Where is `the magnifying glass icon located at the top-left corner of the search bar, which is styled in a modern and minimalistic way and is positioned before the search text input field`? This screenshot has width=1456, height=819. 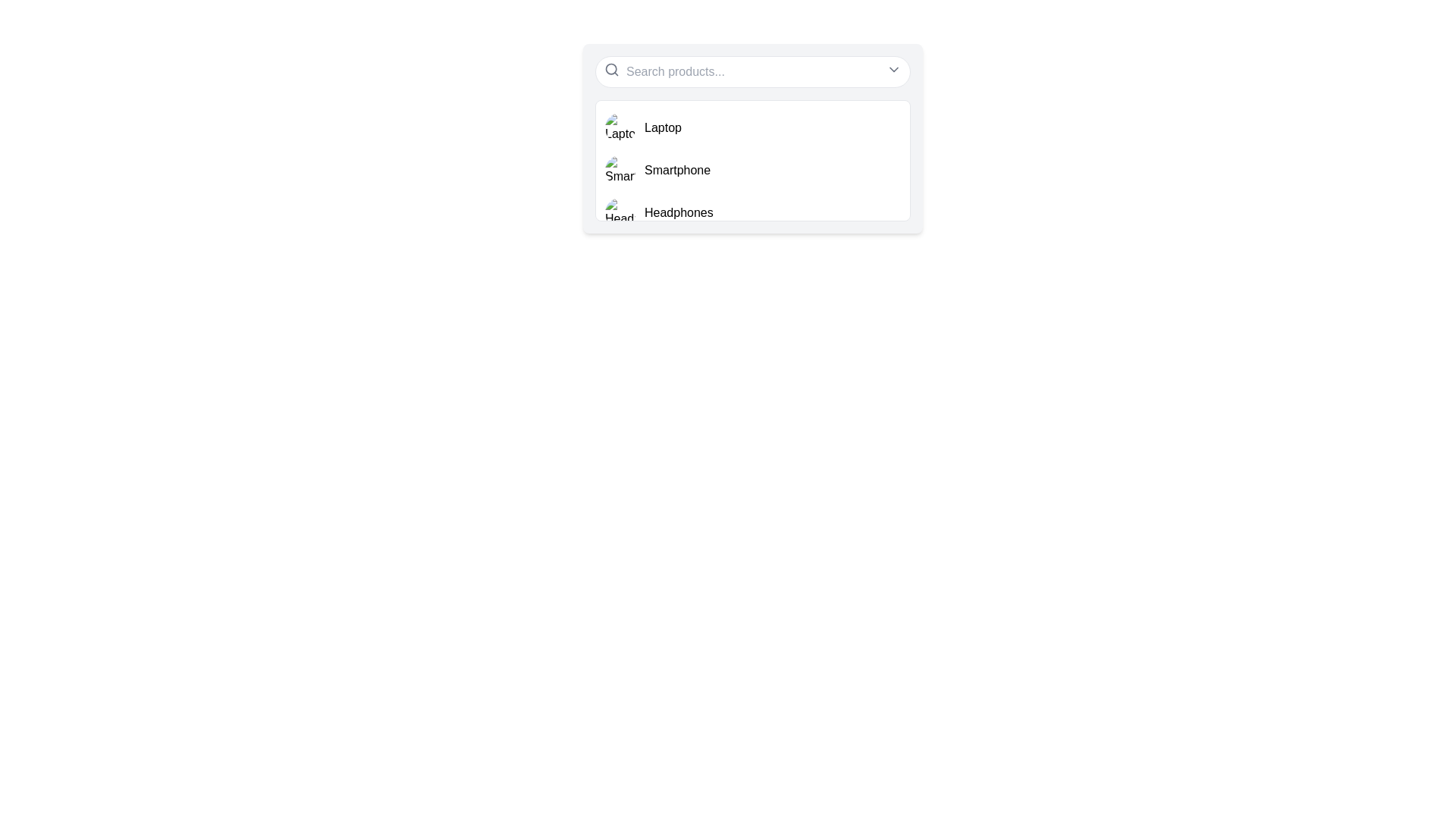 the magnifying glass icon located at the top-left corner of the search bar, which is styled in a modern and minimalistic way and is positioned before the search text input field is located at coordinates (611, 70).